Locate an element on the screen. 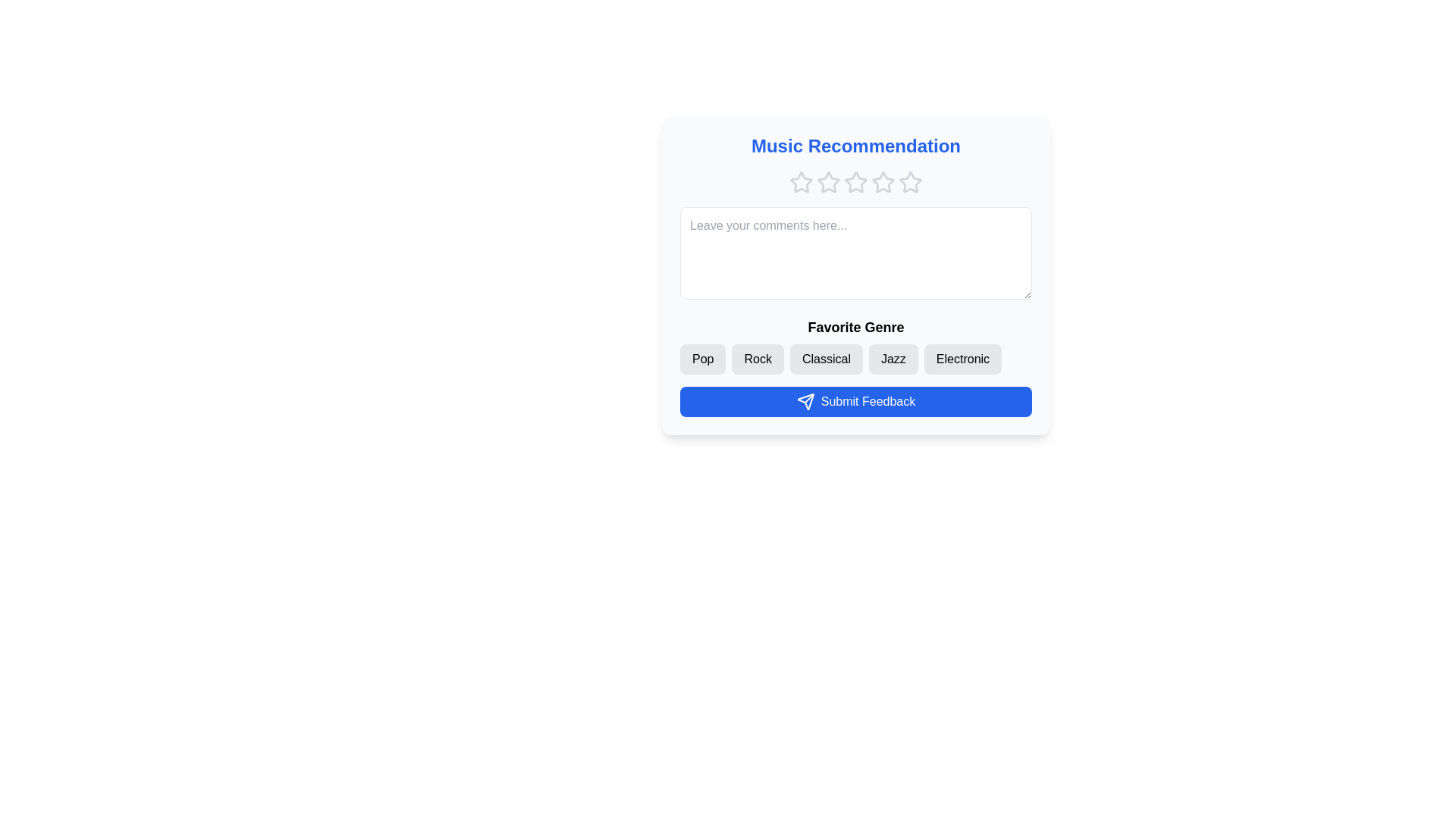  the rectangular button with a blue background and white text that reads 'Submit Feedback' located at the bottom of the 'Music Recommendation' card is located at coordinates (855, 400).